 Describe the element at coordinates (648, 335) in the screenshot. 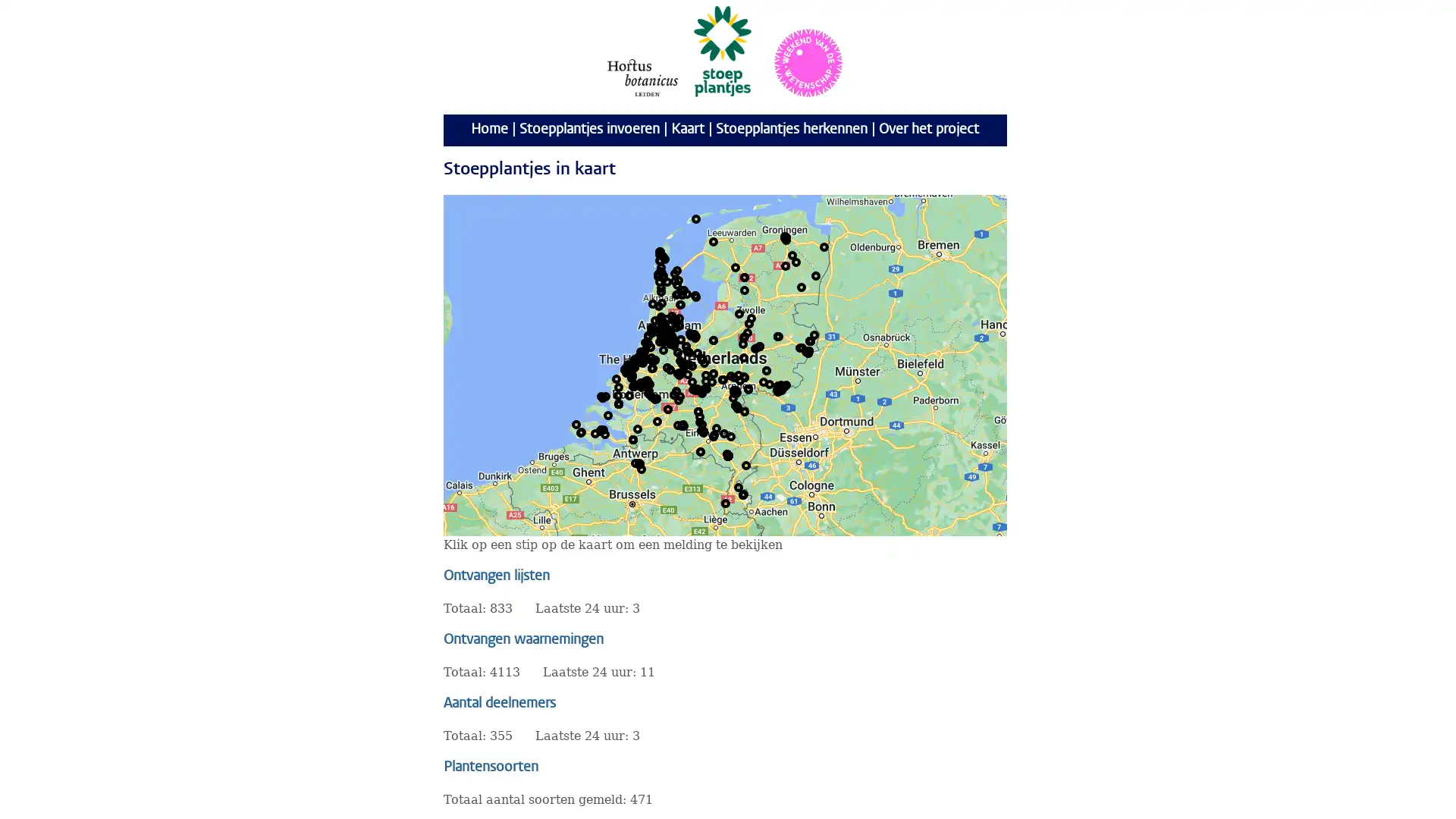

I see `Telling van Reinier Hopmans op 12 april 2022` at that location.